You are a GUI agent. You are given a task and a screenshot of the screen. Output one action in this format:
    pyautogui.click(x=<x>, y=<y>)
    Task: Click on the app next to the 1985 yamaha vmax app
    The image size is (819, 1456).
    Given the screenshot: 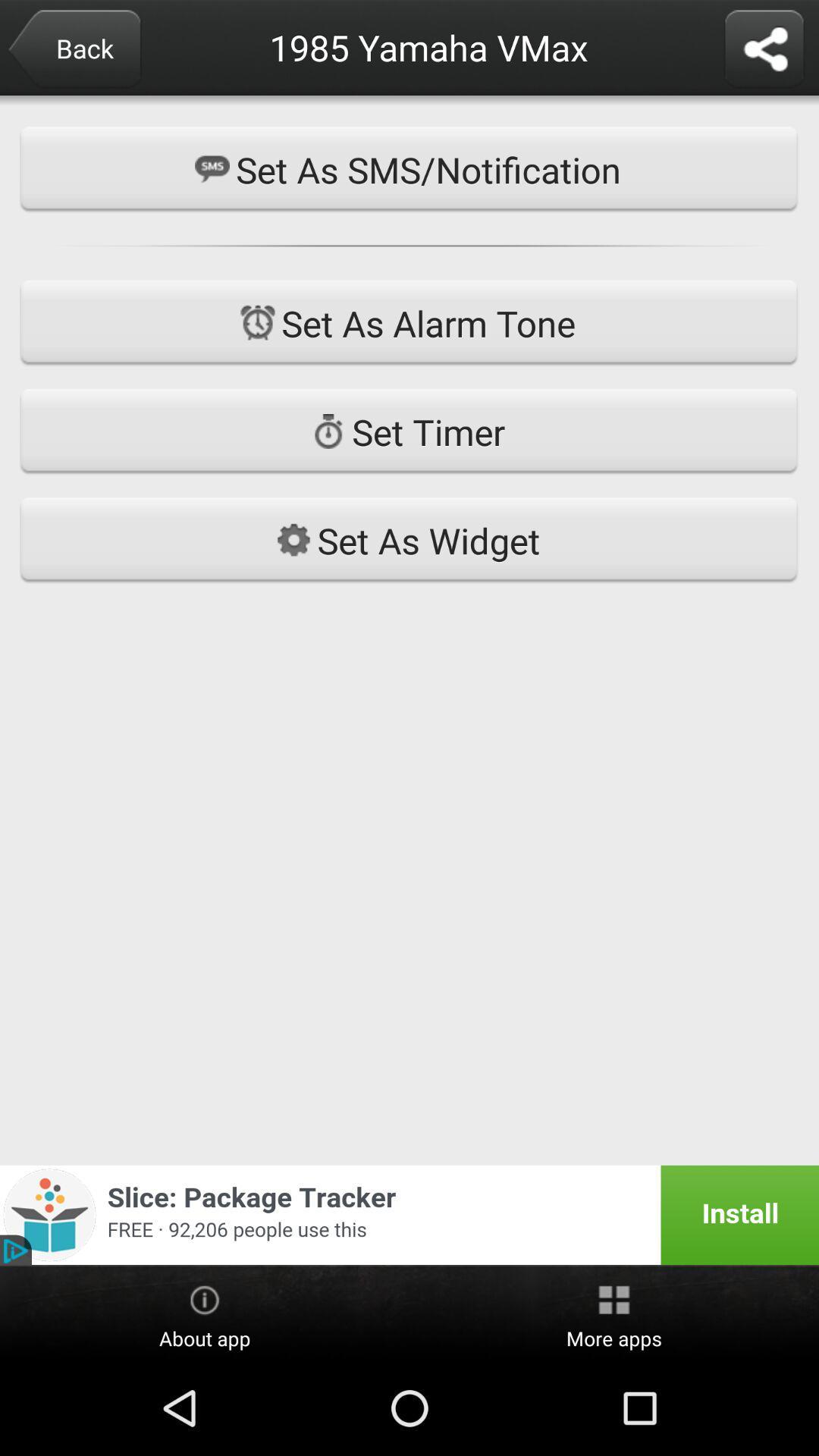 What is the action you would take?
    pyautogui.click(x=74, y=50)
    